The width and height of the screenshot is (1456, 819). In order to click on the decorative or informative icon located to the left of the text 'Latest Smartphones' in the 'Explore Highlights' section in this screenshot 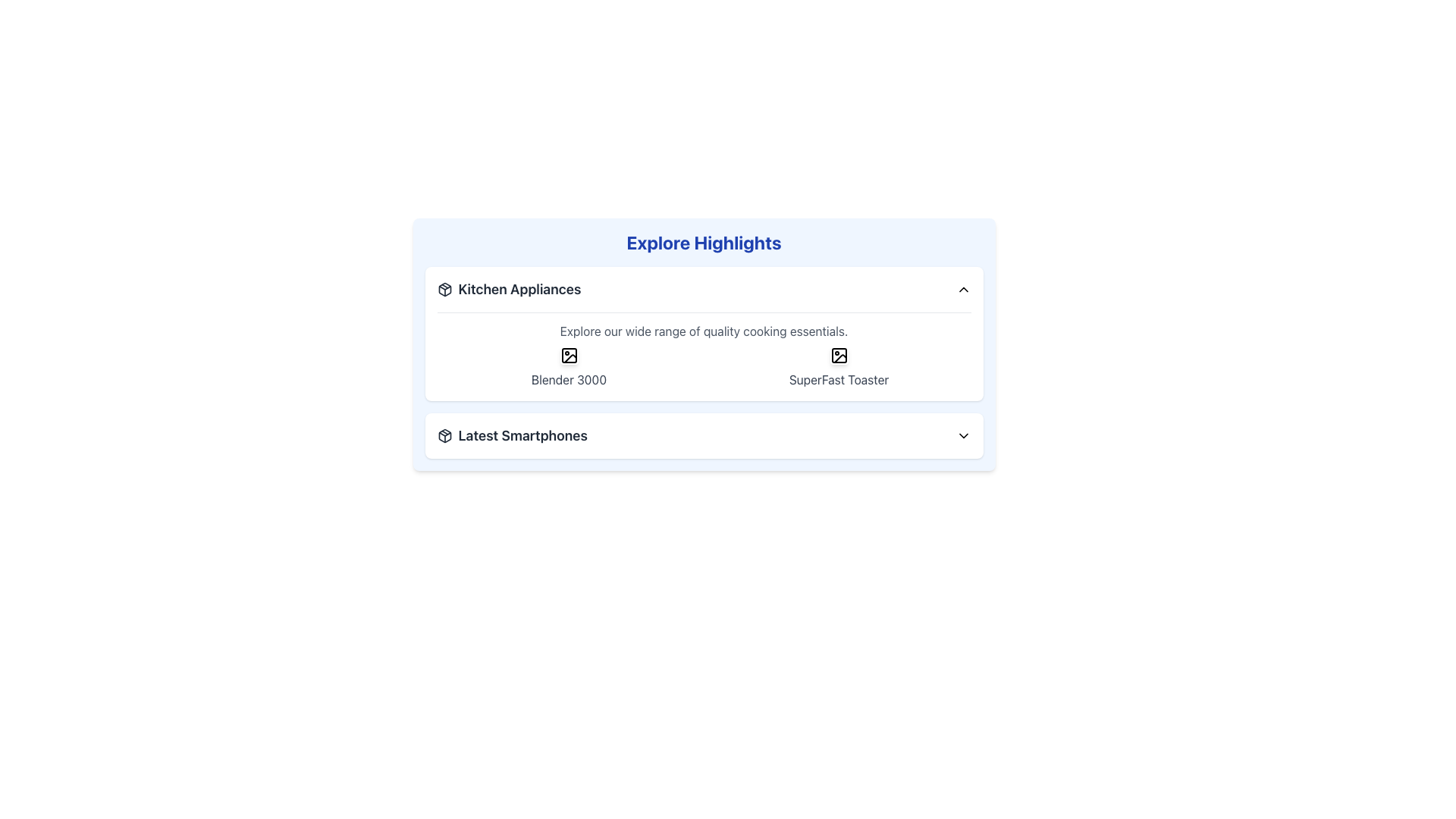, I will do `click(444, 435)`.